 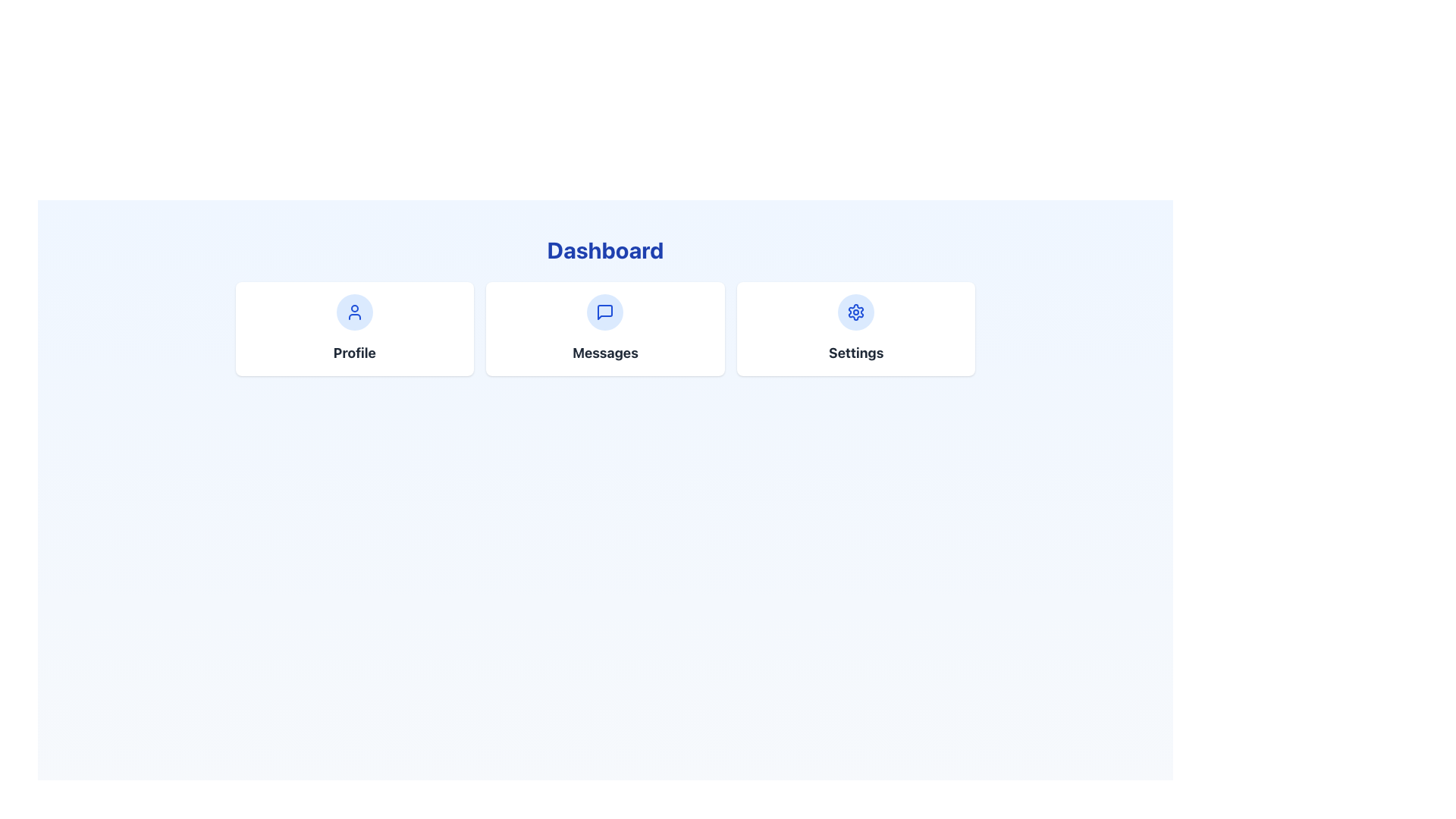 I want to click on the chat bubble icon located in the 'Messages' section of the dashboard interface, which is styled in a minimalist manner and positioned centrally beneath the title 'Dashboard', so click(x=604, y=312).